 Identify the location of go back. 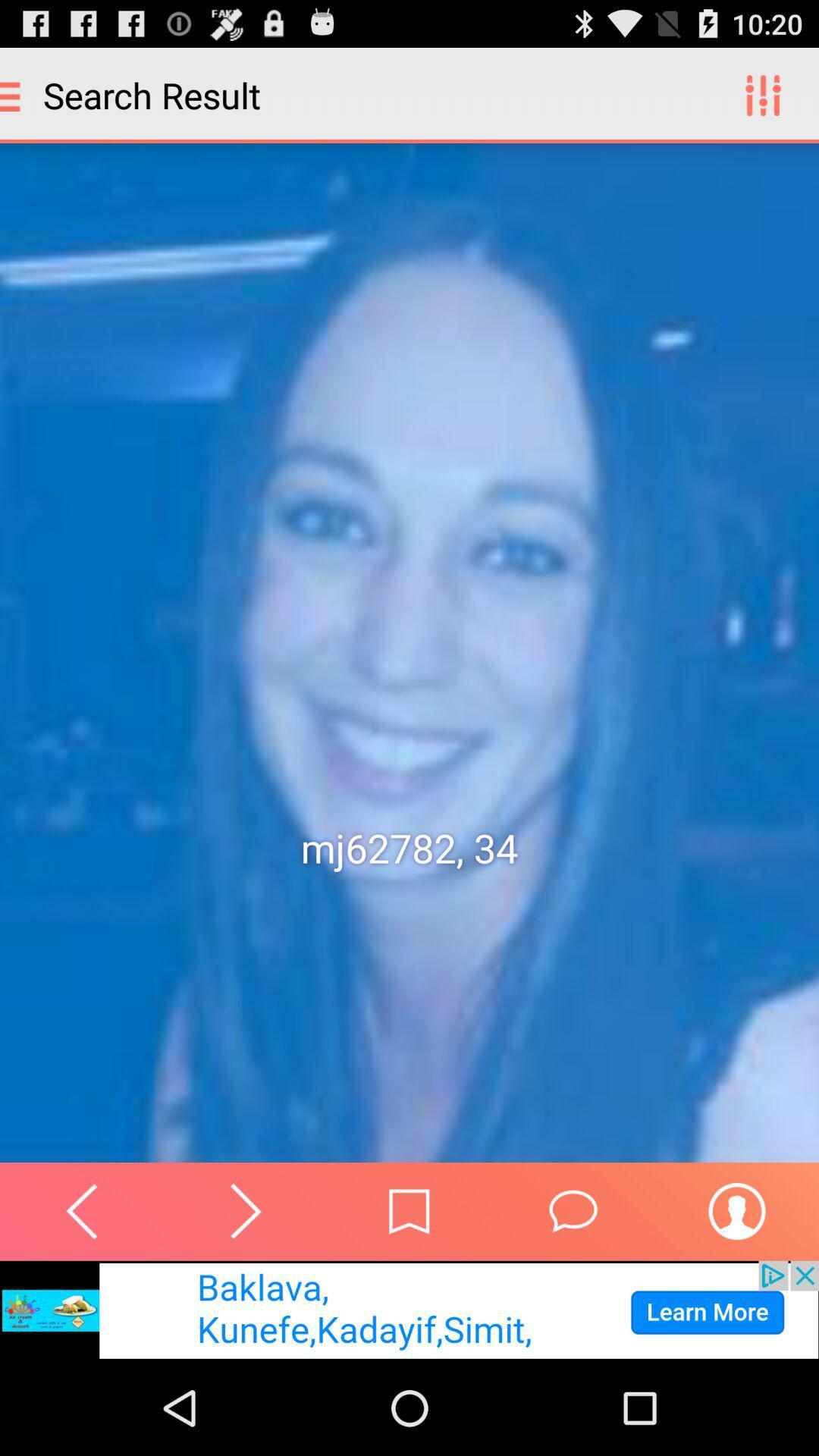
(82, 1210).